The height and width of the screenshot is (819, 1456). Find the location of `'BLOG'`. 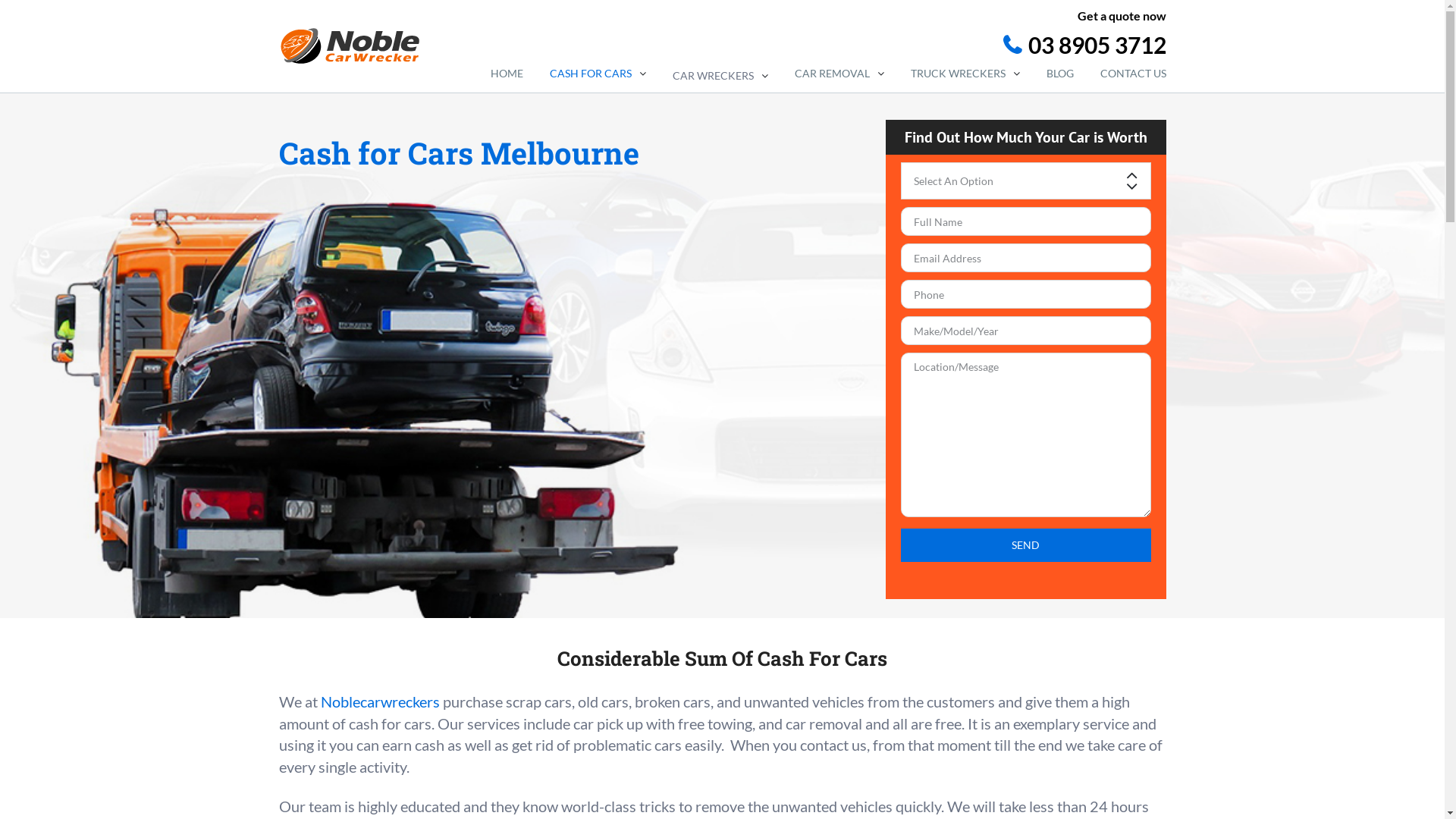

'BLOG' is located at coordinates (1059, 73).